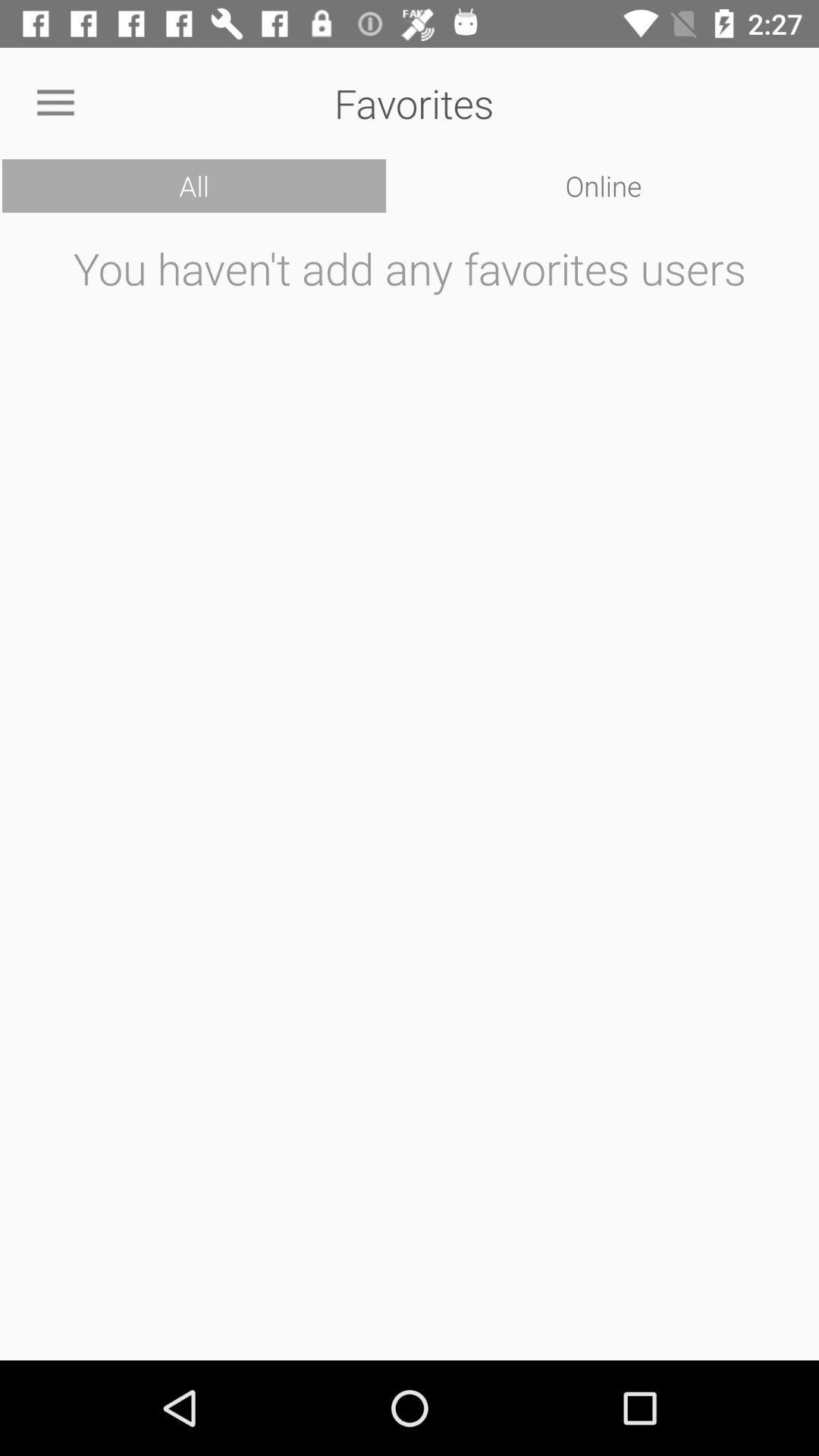 The image size is (819, 1456). I want to click on item at the center, so click(409, 790).